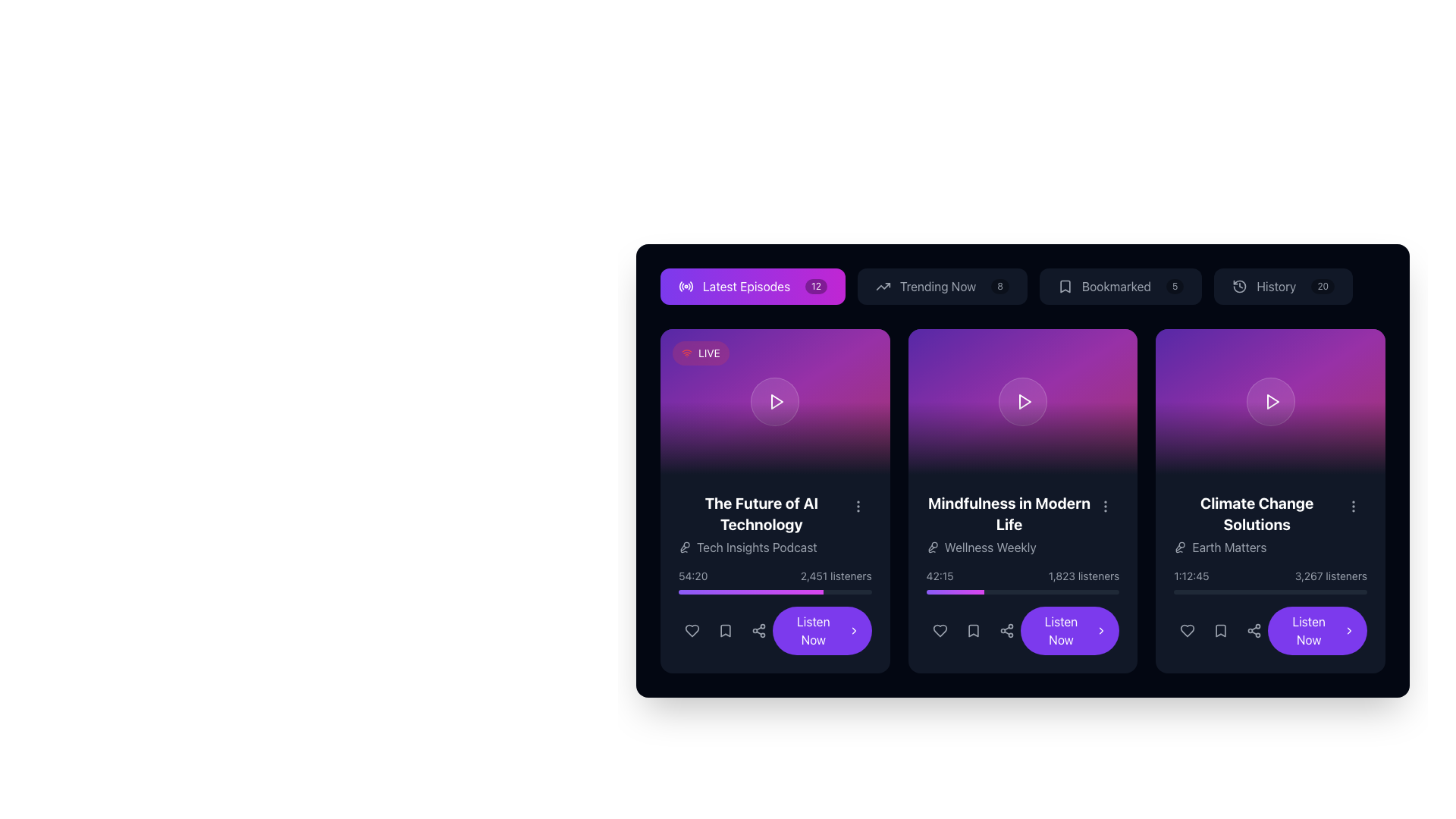  What do you see at coordinates (777, 400) in the screenshot?
I see `the play button icon located at the top-center of the podcast card titled 'The Future of AI Technology' to provide visual feedback` at bounding box center [777, 400].